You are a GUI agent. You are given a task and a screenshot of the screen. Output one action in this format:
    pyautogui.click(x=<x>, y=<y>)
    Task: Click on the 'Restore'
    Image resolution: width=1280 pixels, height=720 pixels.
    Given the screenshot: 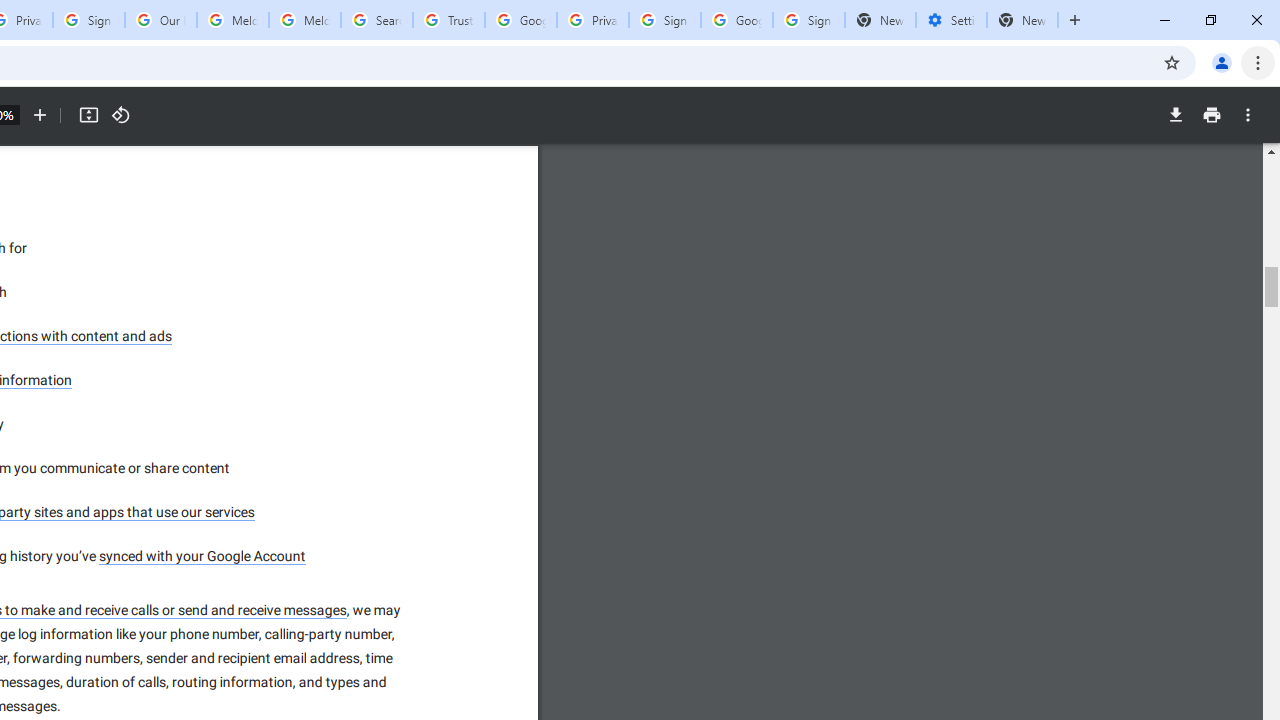 What is the action you would take?
    pyautogui.click(x=1209, y=20)
    